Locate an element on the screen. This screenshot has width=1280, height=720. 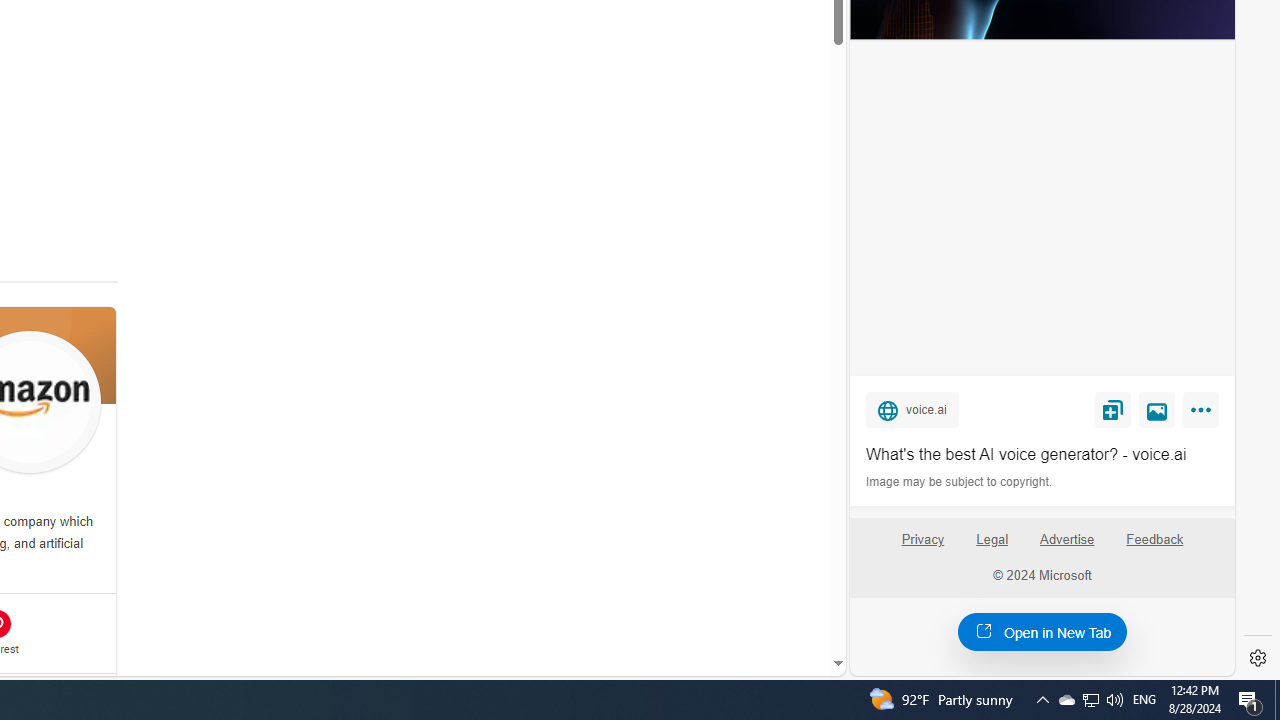
'voice.ai' is located at coordinates (911, 408).